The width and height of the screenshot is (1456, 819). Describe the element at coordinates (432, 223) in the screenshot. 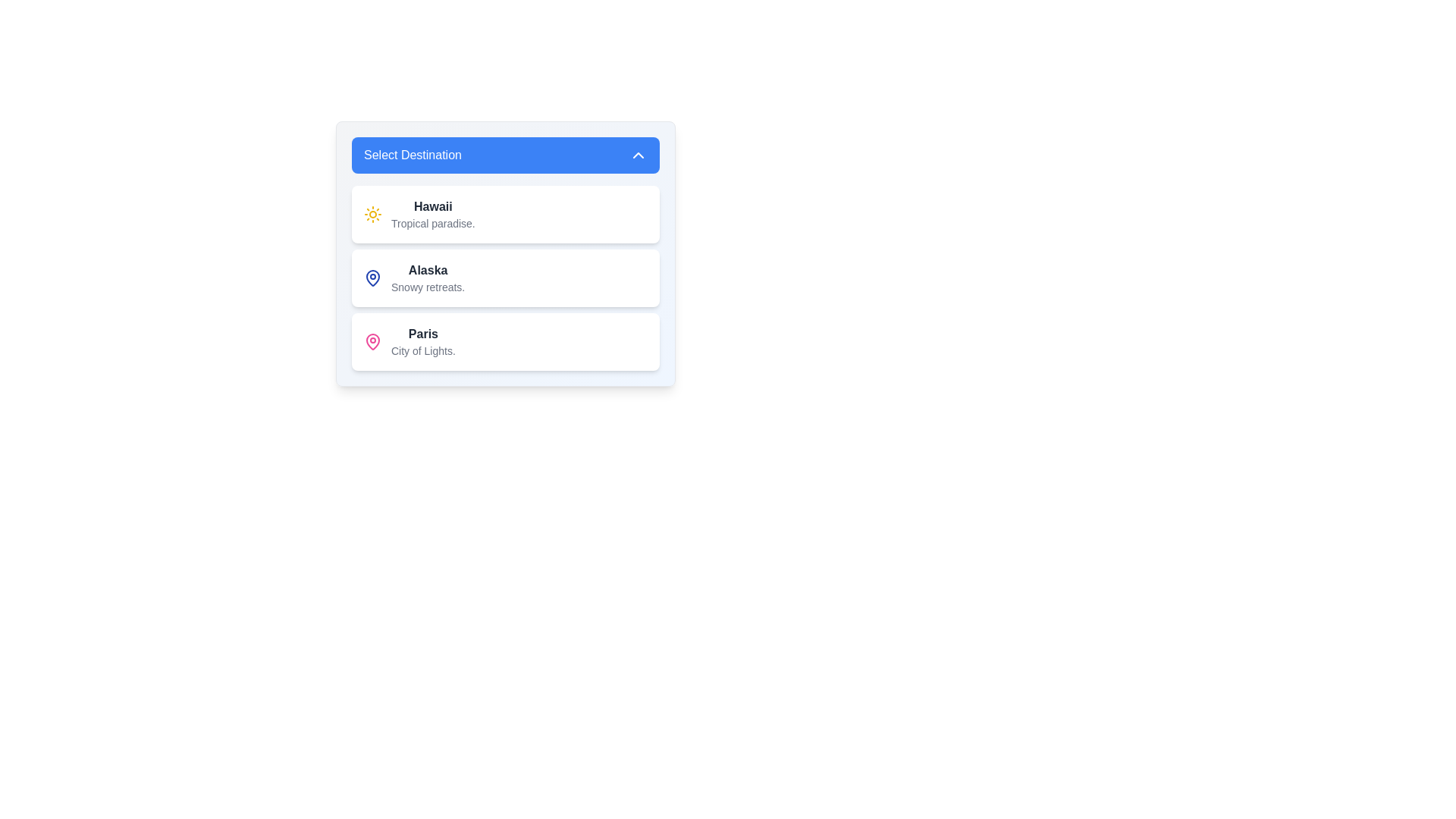

I see `the text element displaying 'Tropical paradise.' which is styled in gray and located below the bold heading 'Hawaii' within the first card entry of a vertically stacked selection menu` at that location.